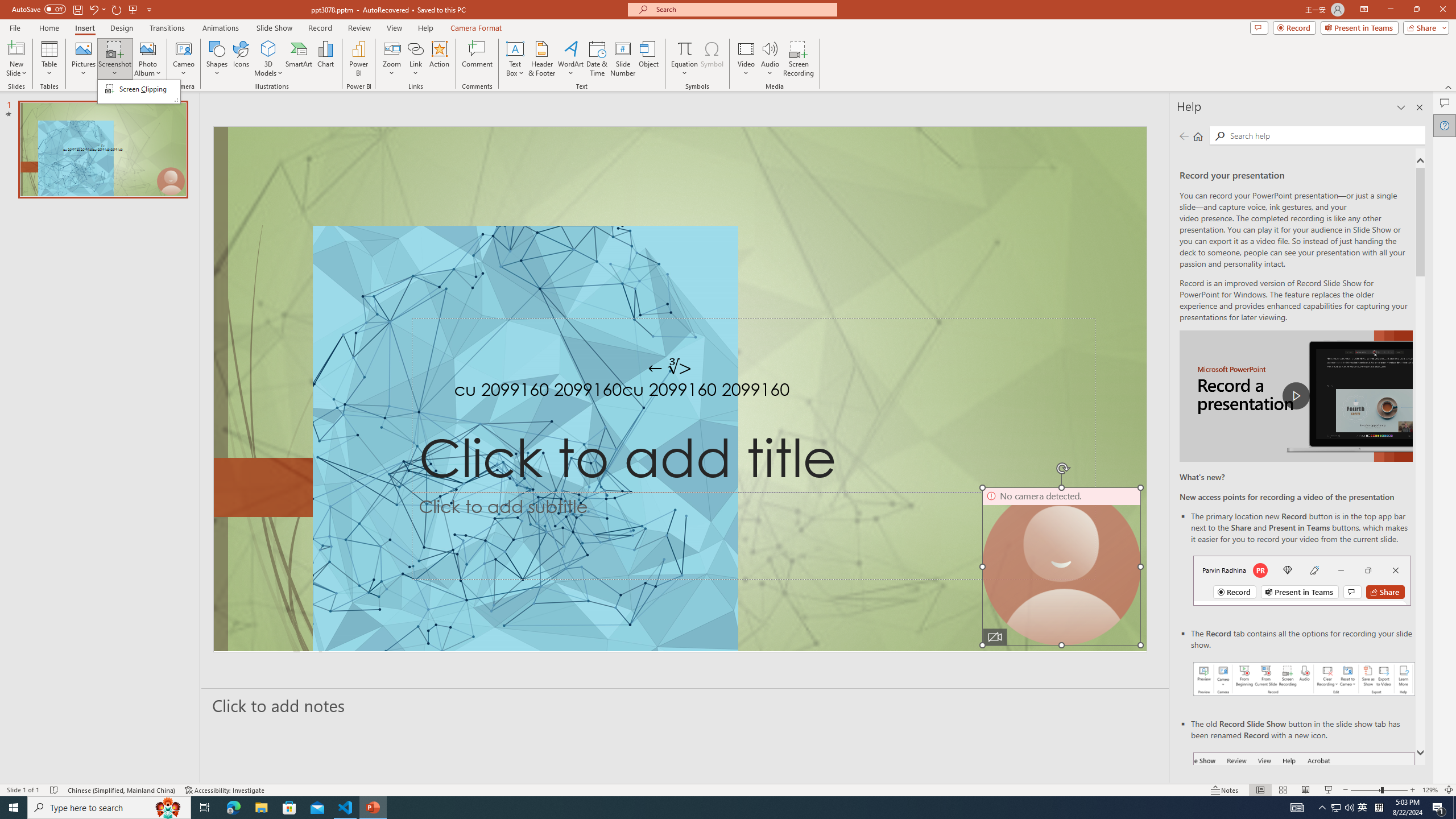 This screenshot has width=1456, height=819. What do you see at coordinates (147, 59) in the screenshot?
I see `'Photo Album...'` at bounding box center [147, 59].